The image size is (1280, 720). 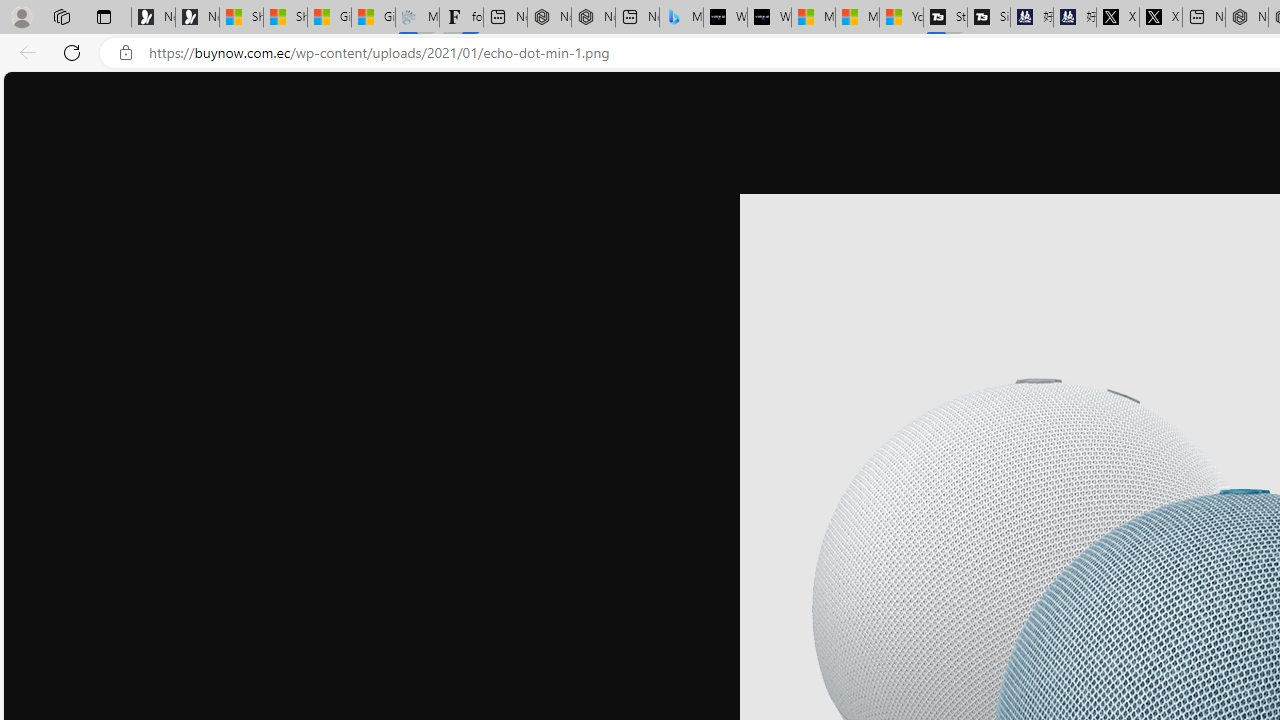 What do you see at coordinates (197, 17) in the screenshot?
I see `'Newsletter Sign Up'` at bounding box center [197, 17].